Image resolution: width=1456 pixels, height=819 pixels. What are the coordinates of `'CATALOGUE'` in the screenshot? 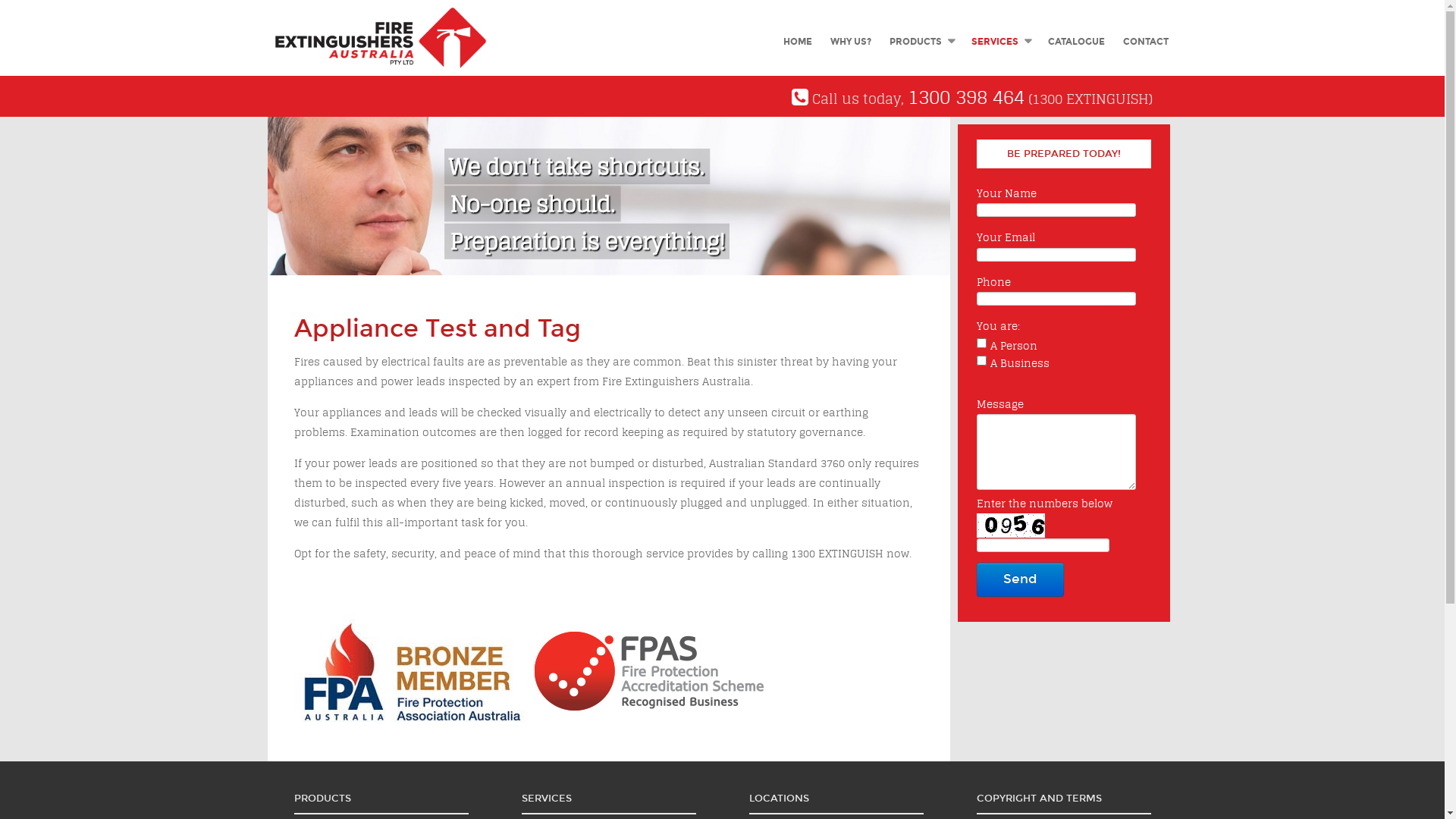 It's located at (1075, 40).